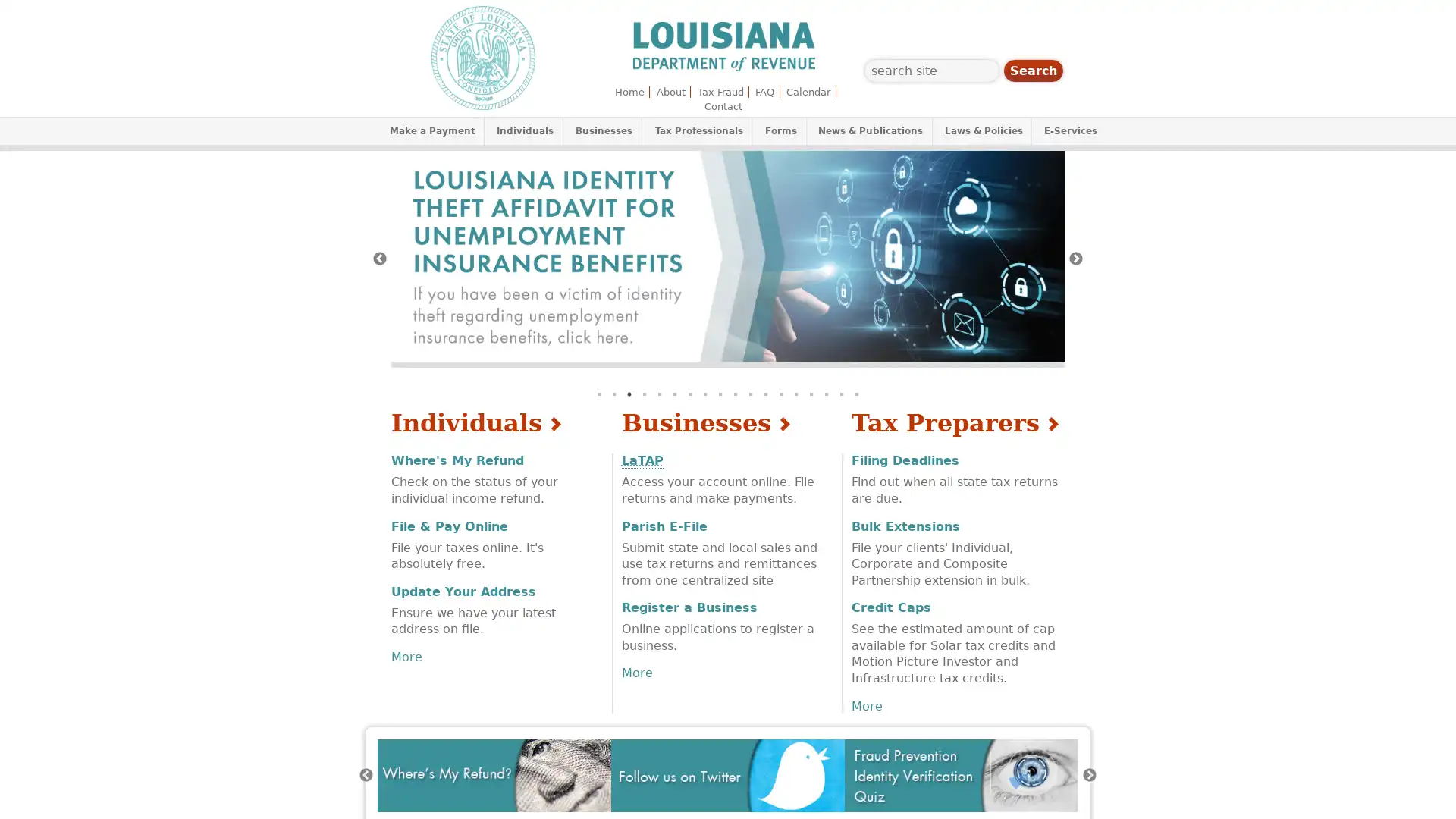 The height and width of the screenshot is (819, 1456). Describe the element at coordinates (856, 394) in the screenshot. I see `18` at that location.